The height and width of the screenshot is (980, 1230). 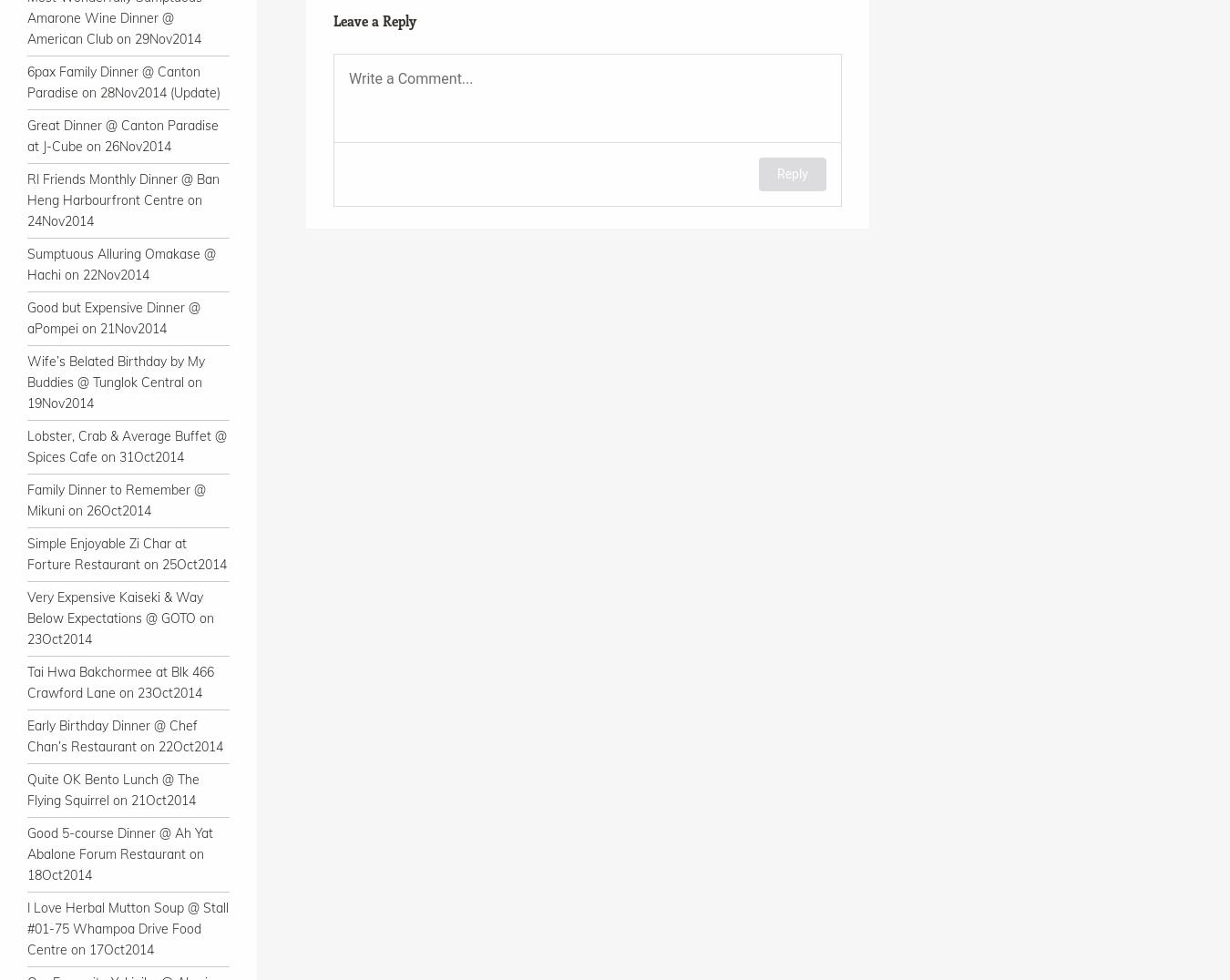 I want to click on 'Simple Enjoyable Zi Char at Forture Restaurant on 25Oct2014', so click(x=127, y=554).